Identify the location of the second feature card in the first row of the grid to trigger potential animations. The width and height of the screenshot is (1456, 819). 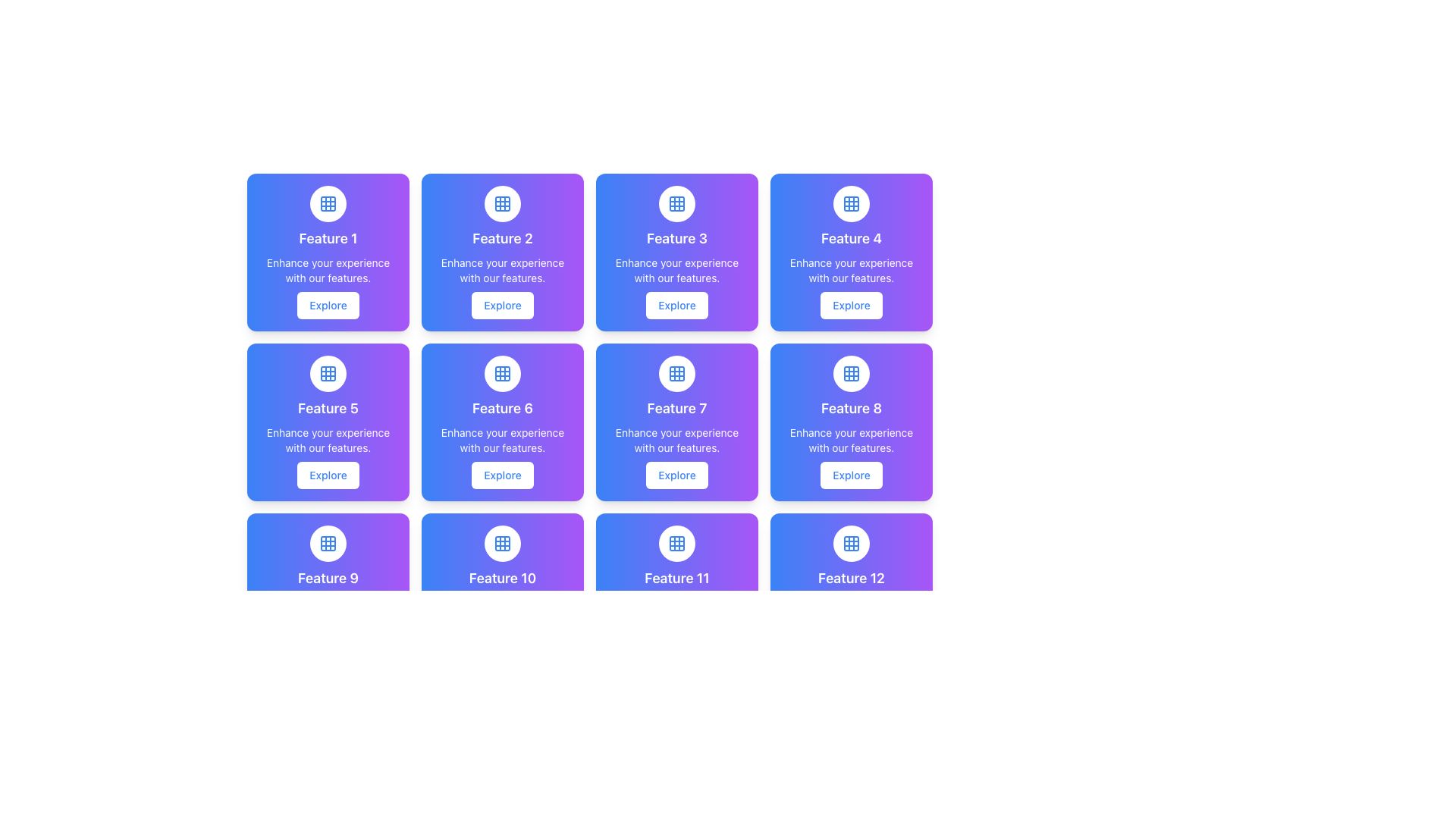
(502, 251).